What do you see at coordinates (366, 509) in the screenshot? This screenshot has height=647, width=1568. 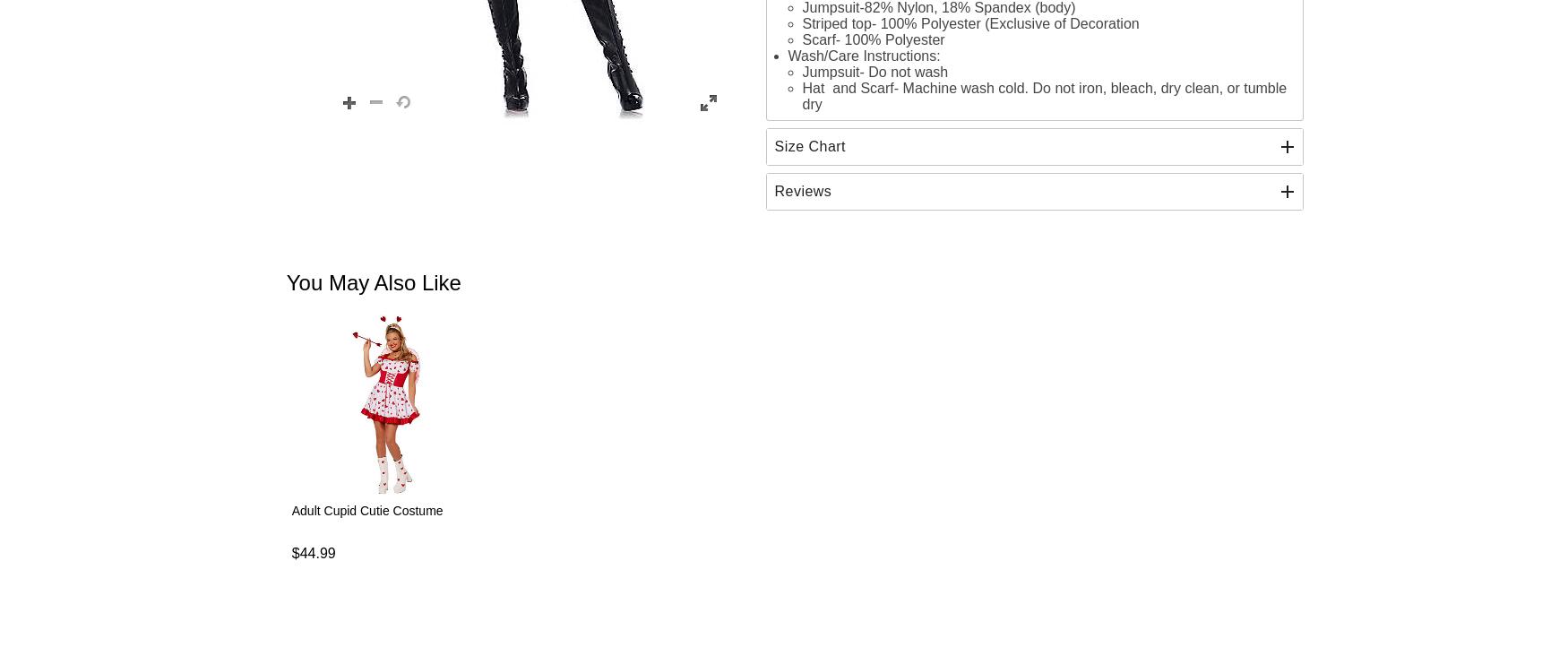 I see `'Adult Cupid Cutie Costume'` at bounding box center [366, 509].